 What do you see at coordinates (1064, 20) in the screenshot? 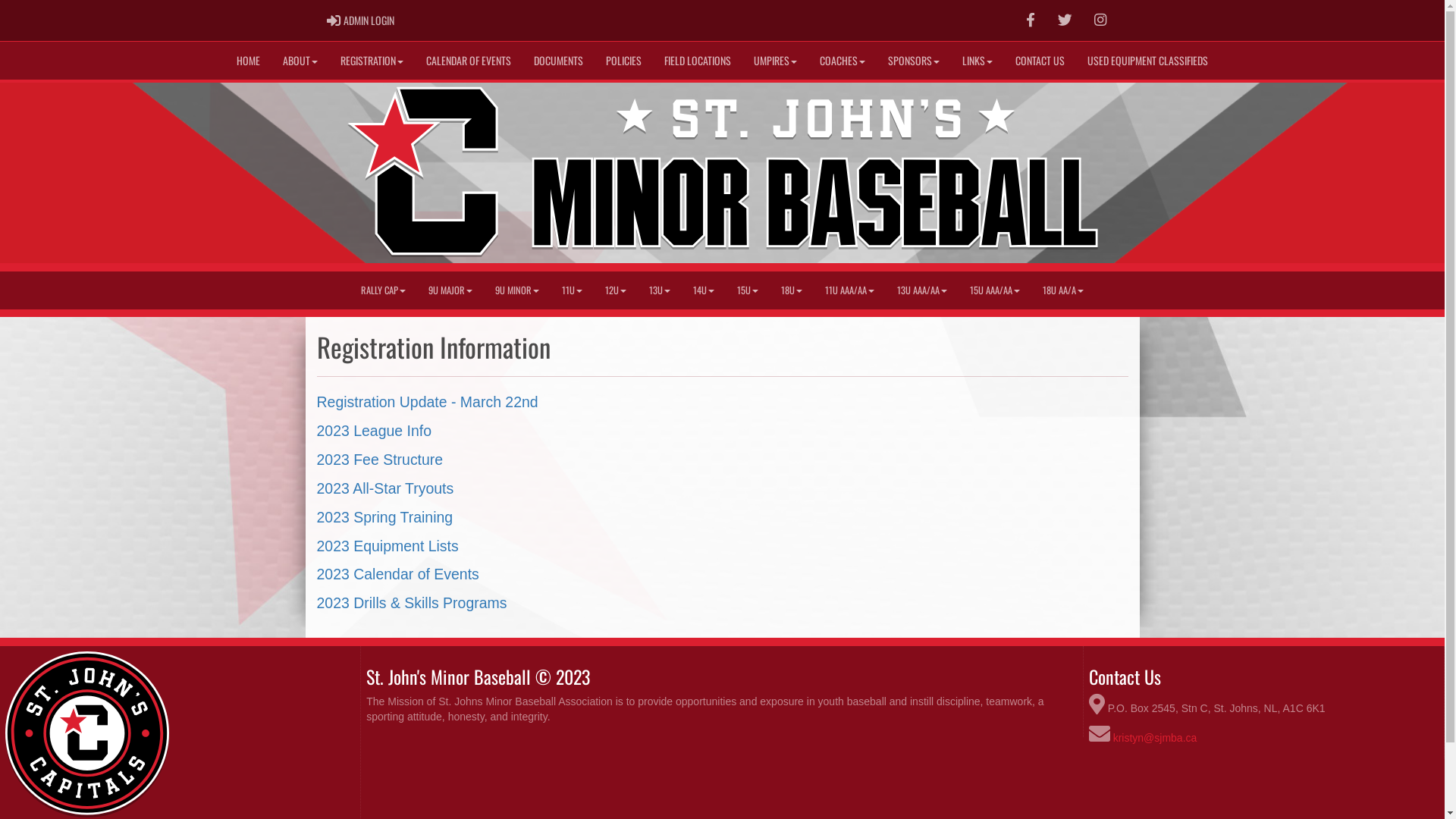
I see `'follow us'` at bounding box center [1064, 20].